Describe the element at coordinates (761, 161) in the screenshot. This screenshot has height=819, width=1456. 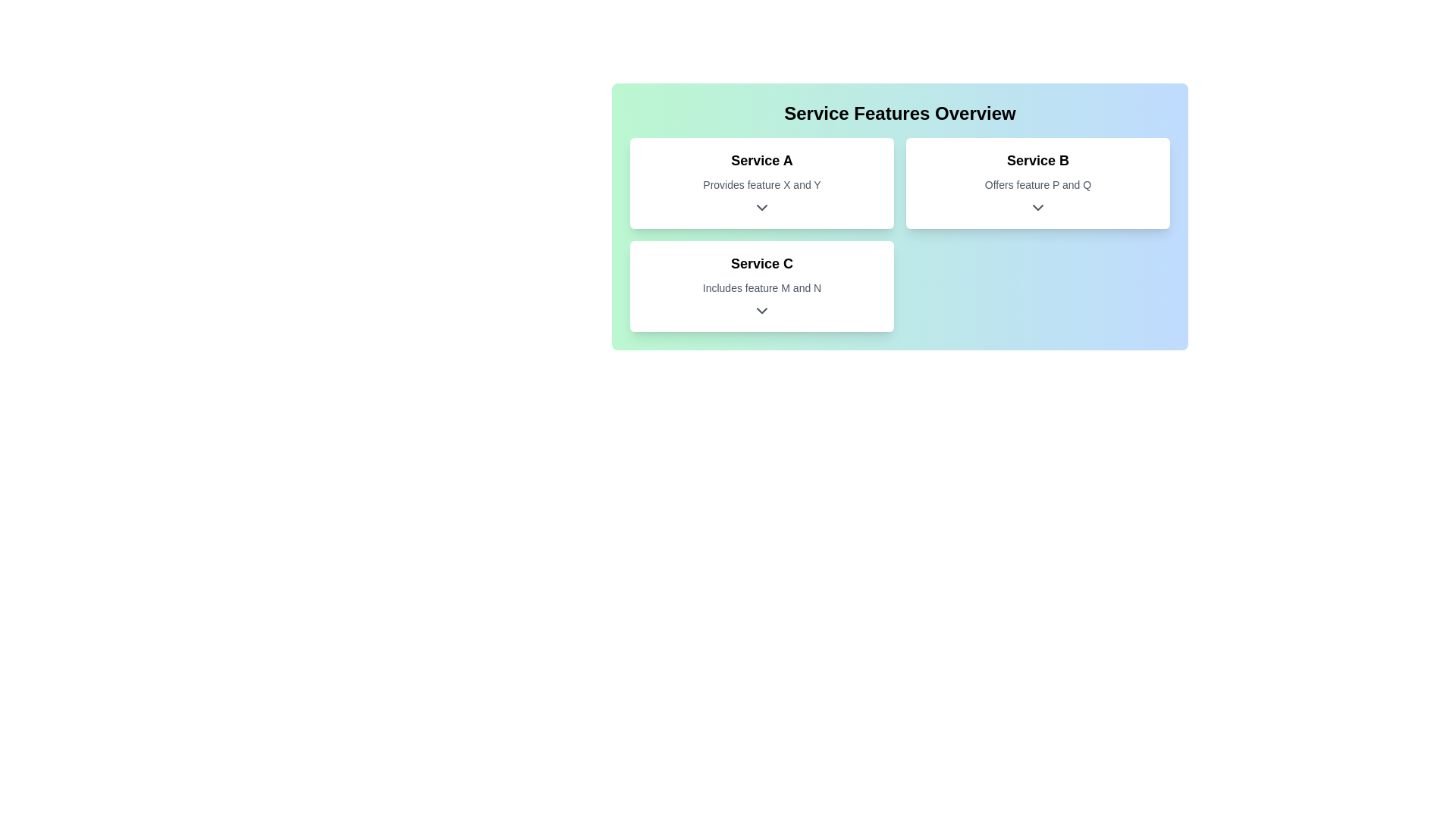
I see `the text label representing 'Service A' located at the top section of the left card among three cards in the interface` at that location.